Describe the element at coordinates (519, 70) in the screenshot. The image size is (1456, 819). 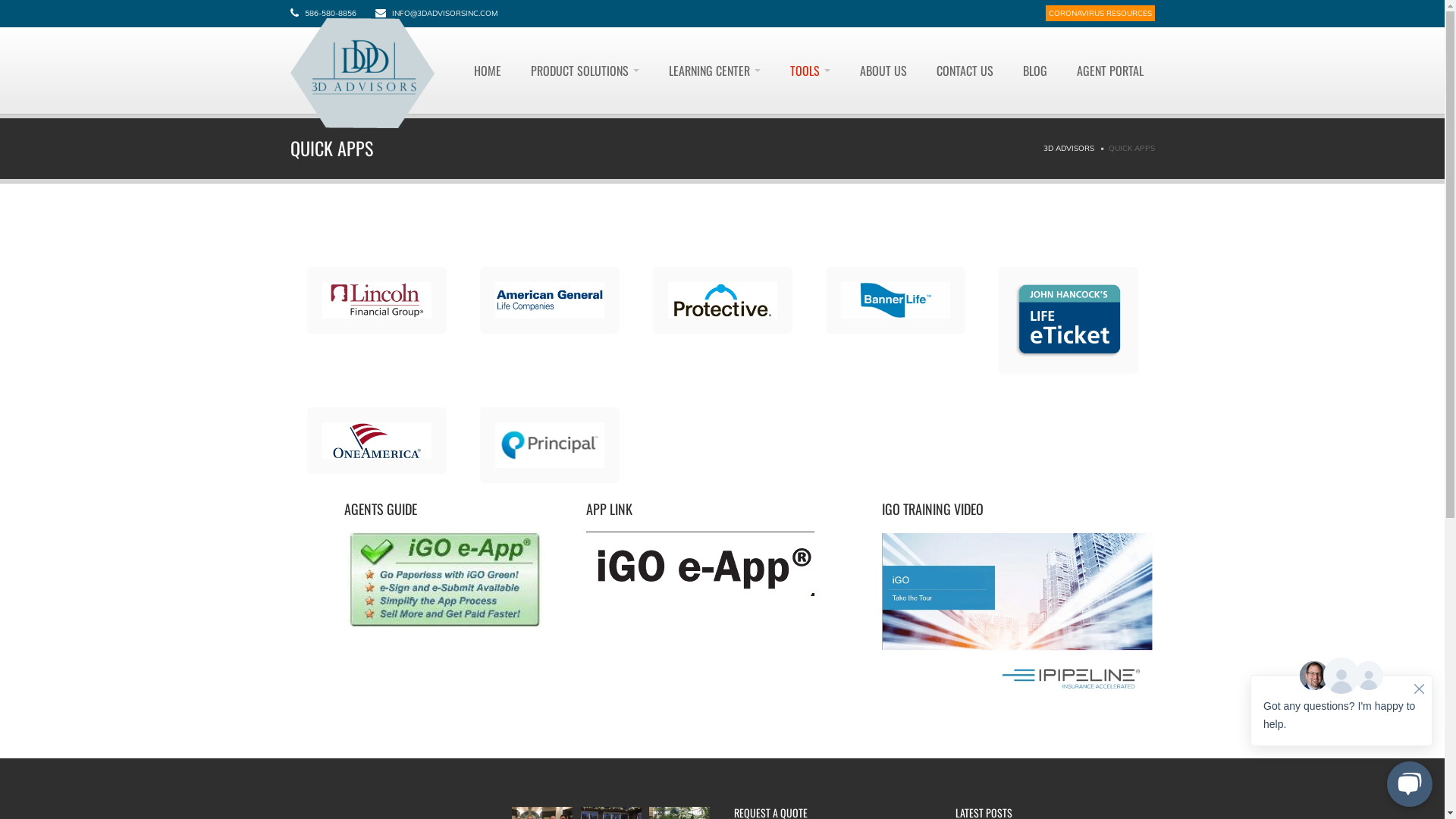
I see `'PRODUCT SOLUTIONS'` at that location.